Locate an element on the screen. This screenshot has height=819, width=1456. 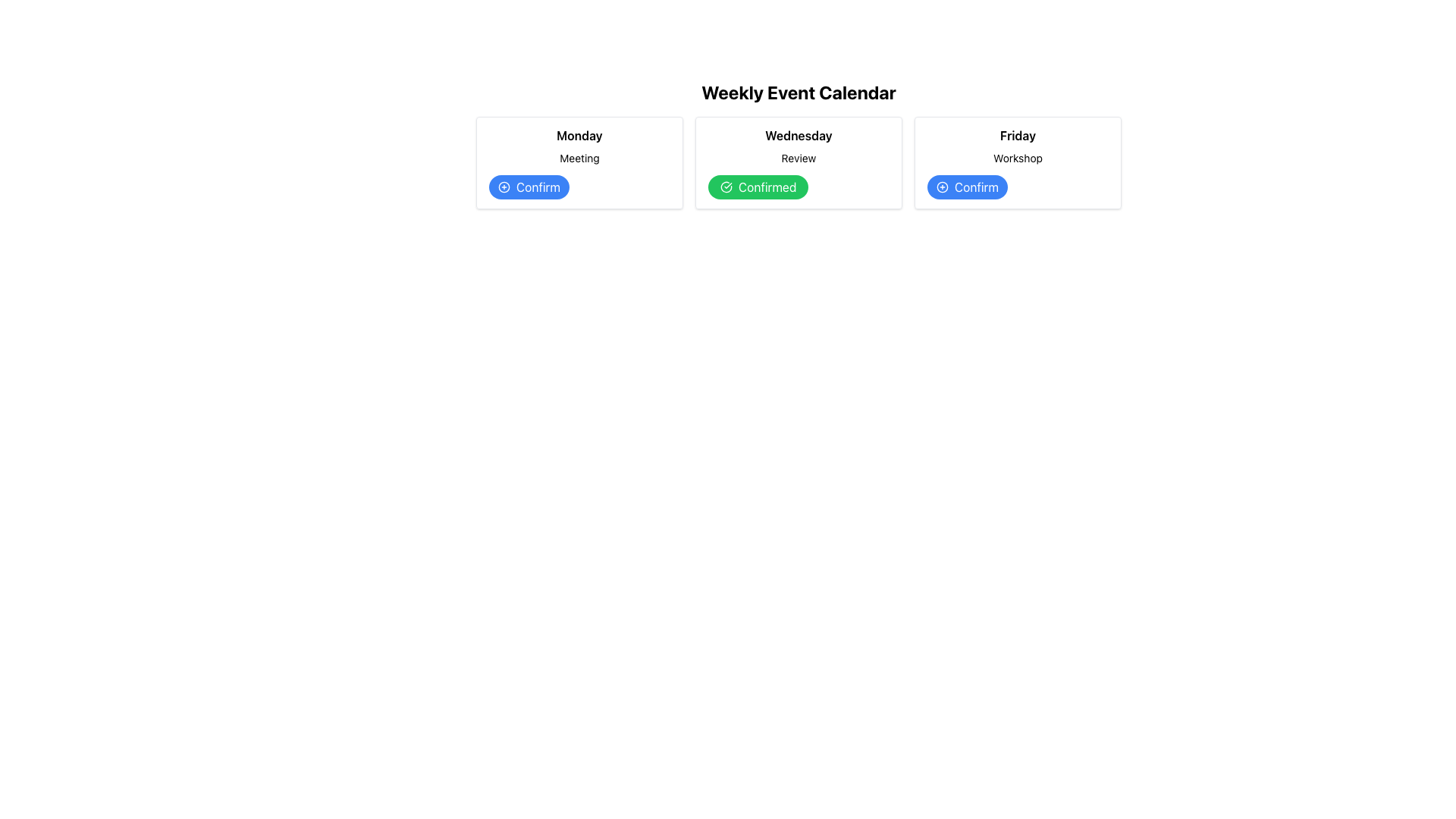
the blue 'Confirm' button with a '+' icon under the 'Monday Meeting' section to confirm the meeting is located at coordinates (529, 186).